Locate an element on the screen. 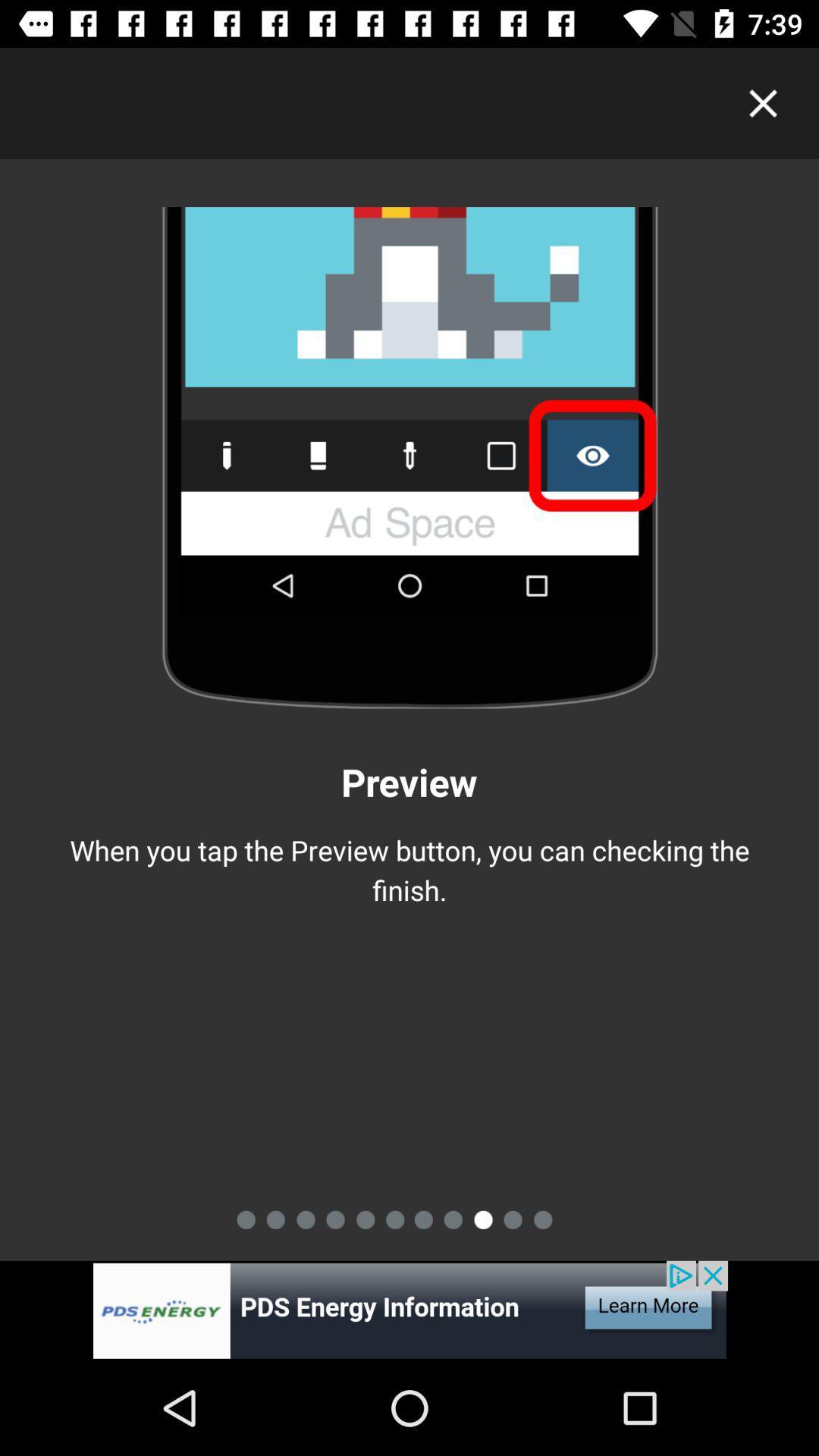 This screenshot has height=1456, width=819. option is located at coordinates (763, 102).